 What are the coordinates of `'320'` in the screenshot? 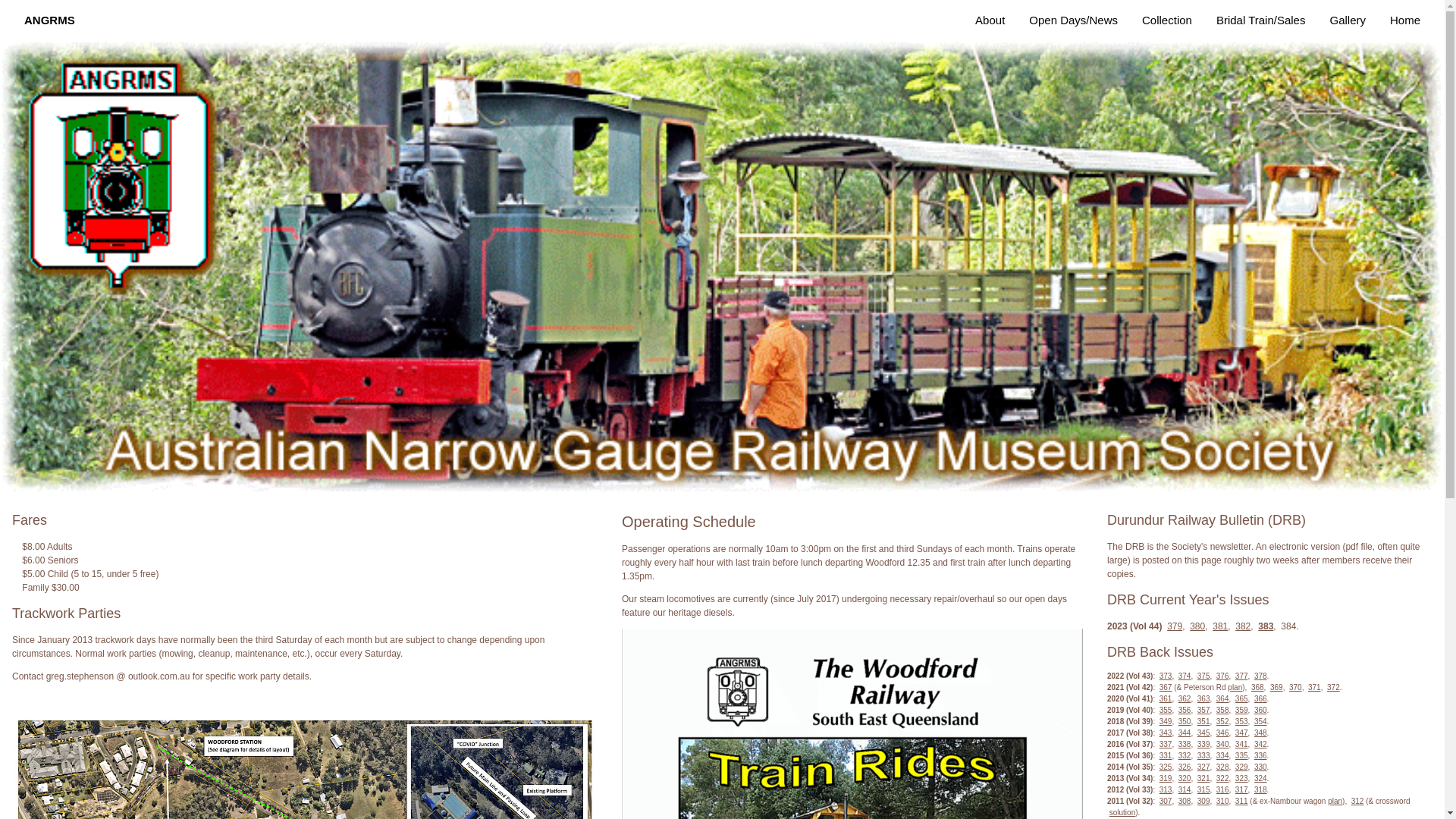 It's located at (1184, 778).